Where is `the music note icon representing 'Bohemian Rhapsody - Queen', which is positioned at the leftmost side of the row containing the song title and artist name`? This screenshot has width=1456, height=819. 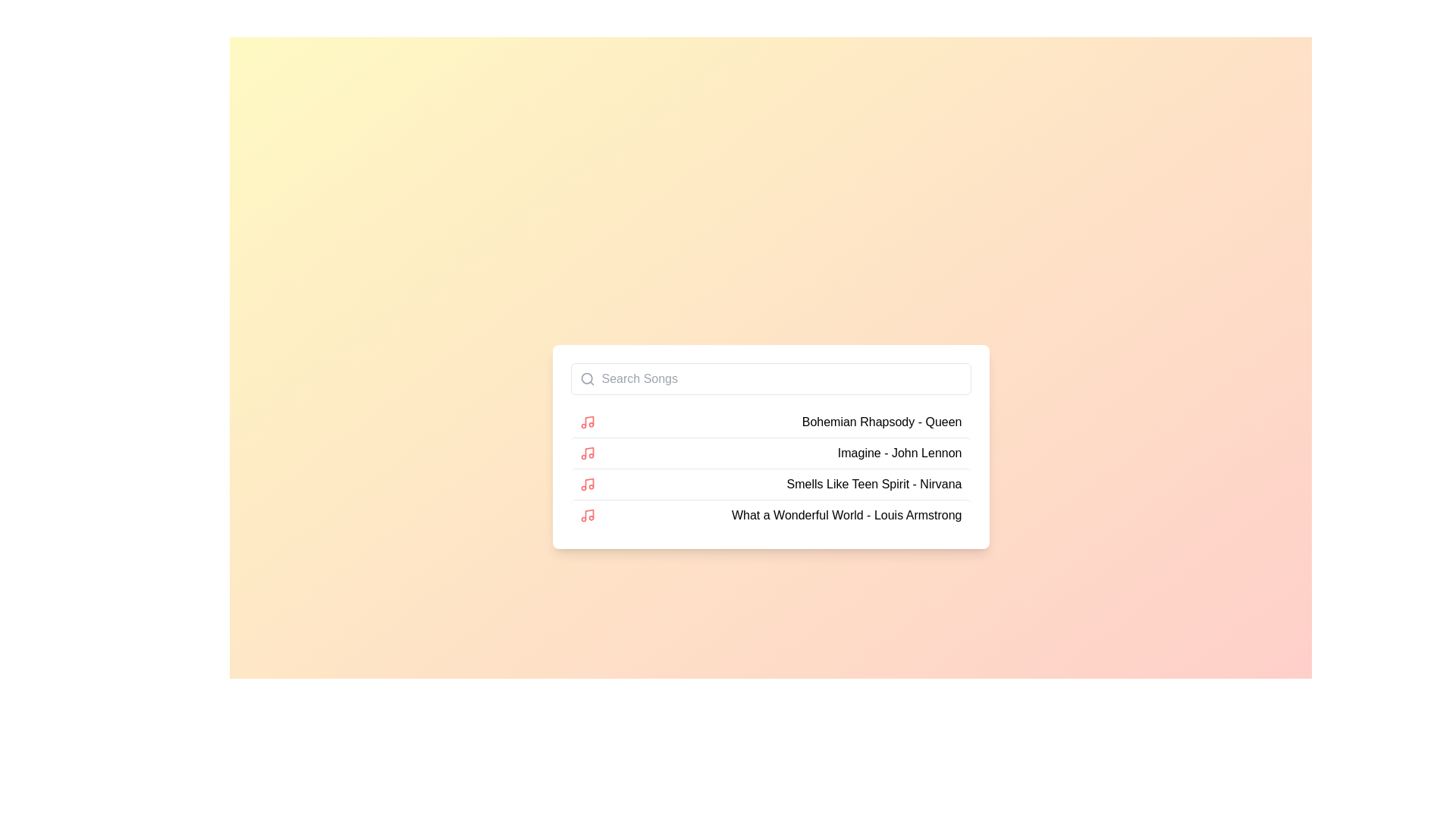 the music note icon representing 'Bohemian Rhapsody - Queen', which is positioned at the leftmost side of the row containing the song title and artist name is located at coordinates (586, 422).